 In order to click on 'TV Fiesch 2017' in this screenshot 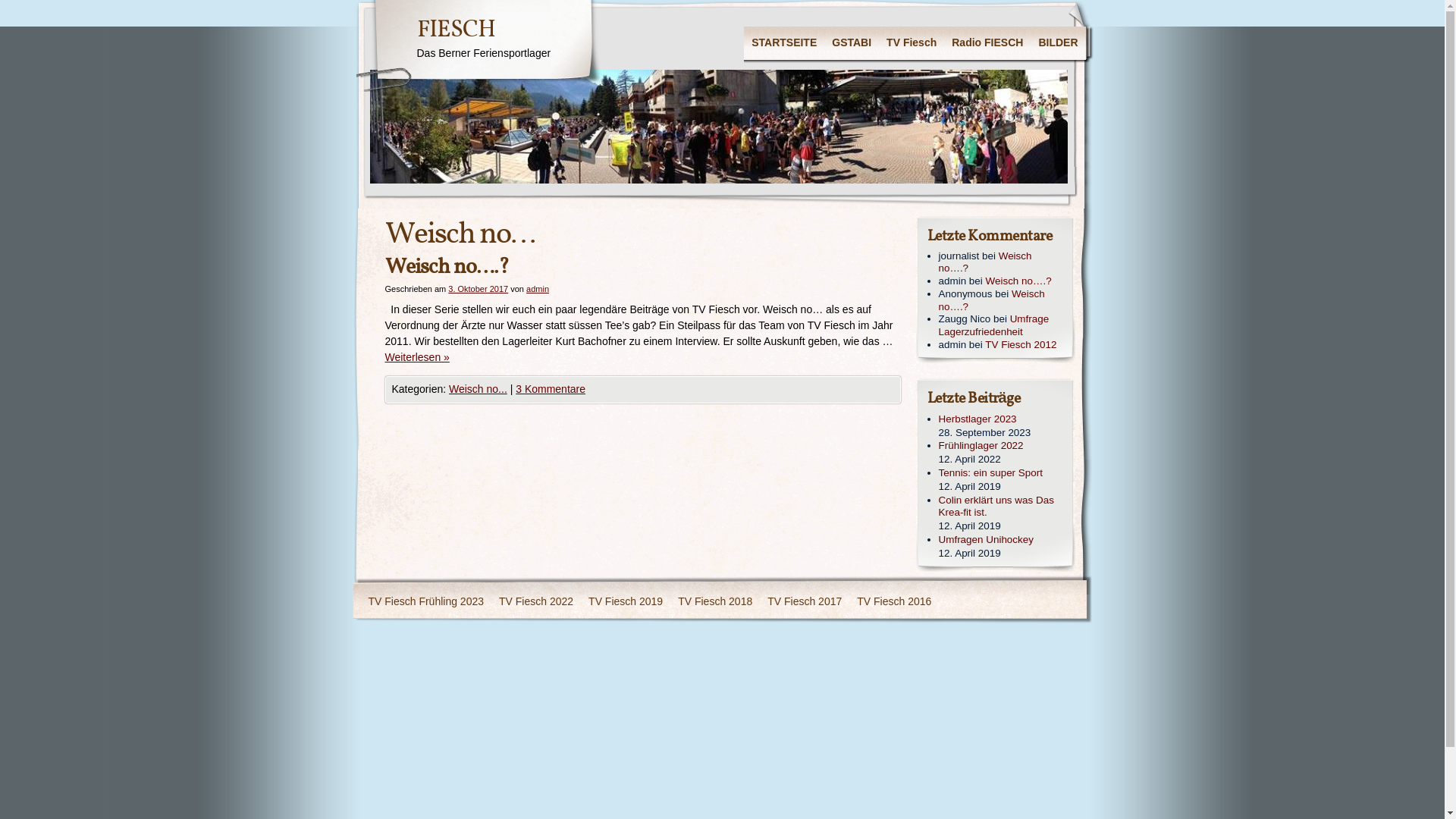, I will do `click(760, 601)`.